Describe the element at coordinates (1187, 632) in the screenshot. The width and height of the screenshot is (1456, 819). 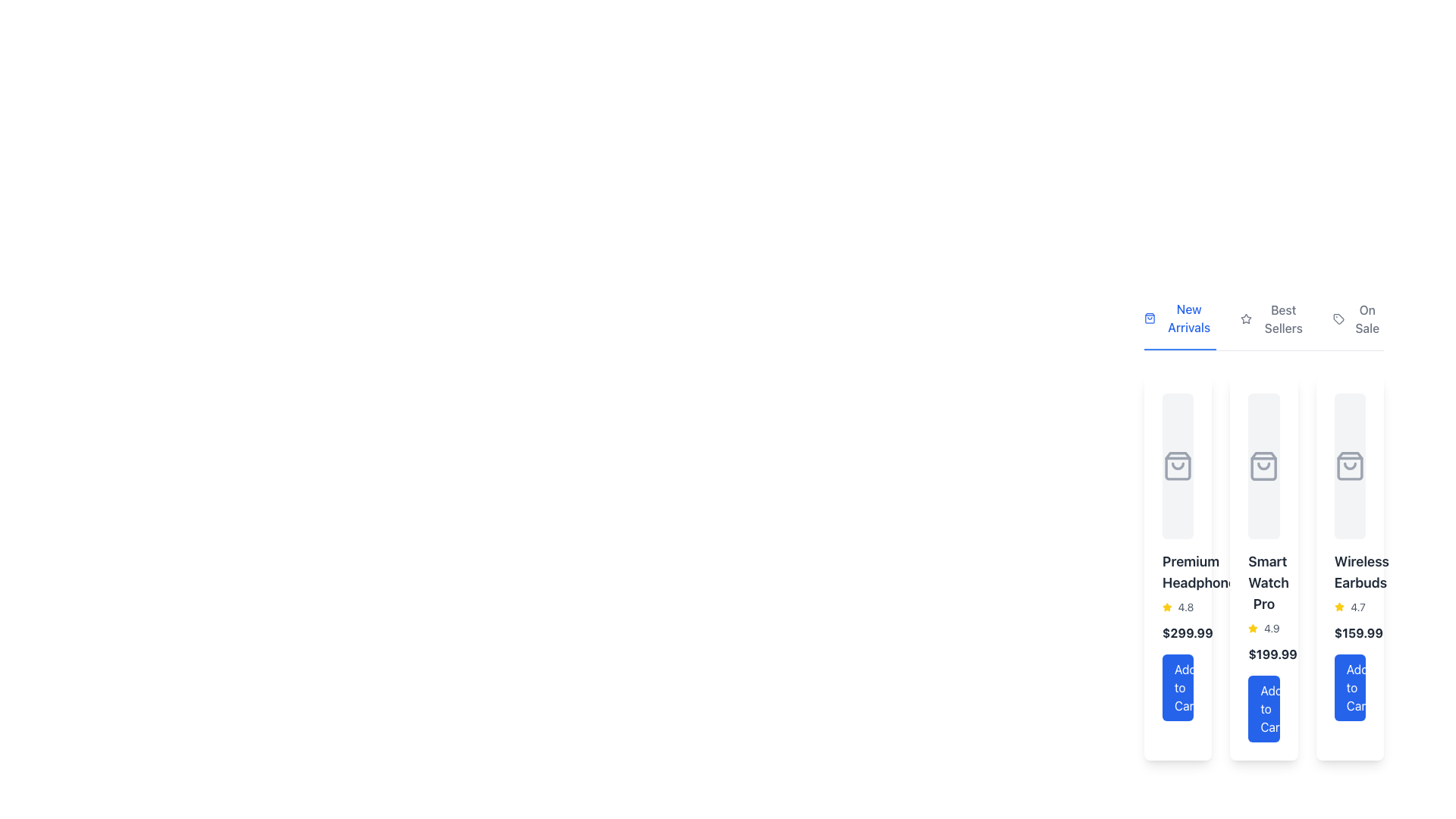
I see `the price label of the product listed under 'New Arrivals' for 'Premium Headphones', which is positioned above the 'Add to Cart' button` at that location.